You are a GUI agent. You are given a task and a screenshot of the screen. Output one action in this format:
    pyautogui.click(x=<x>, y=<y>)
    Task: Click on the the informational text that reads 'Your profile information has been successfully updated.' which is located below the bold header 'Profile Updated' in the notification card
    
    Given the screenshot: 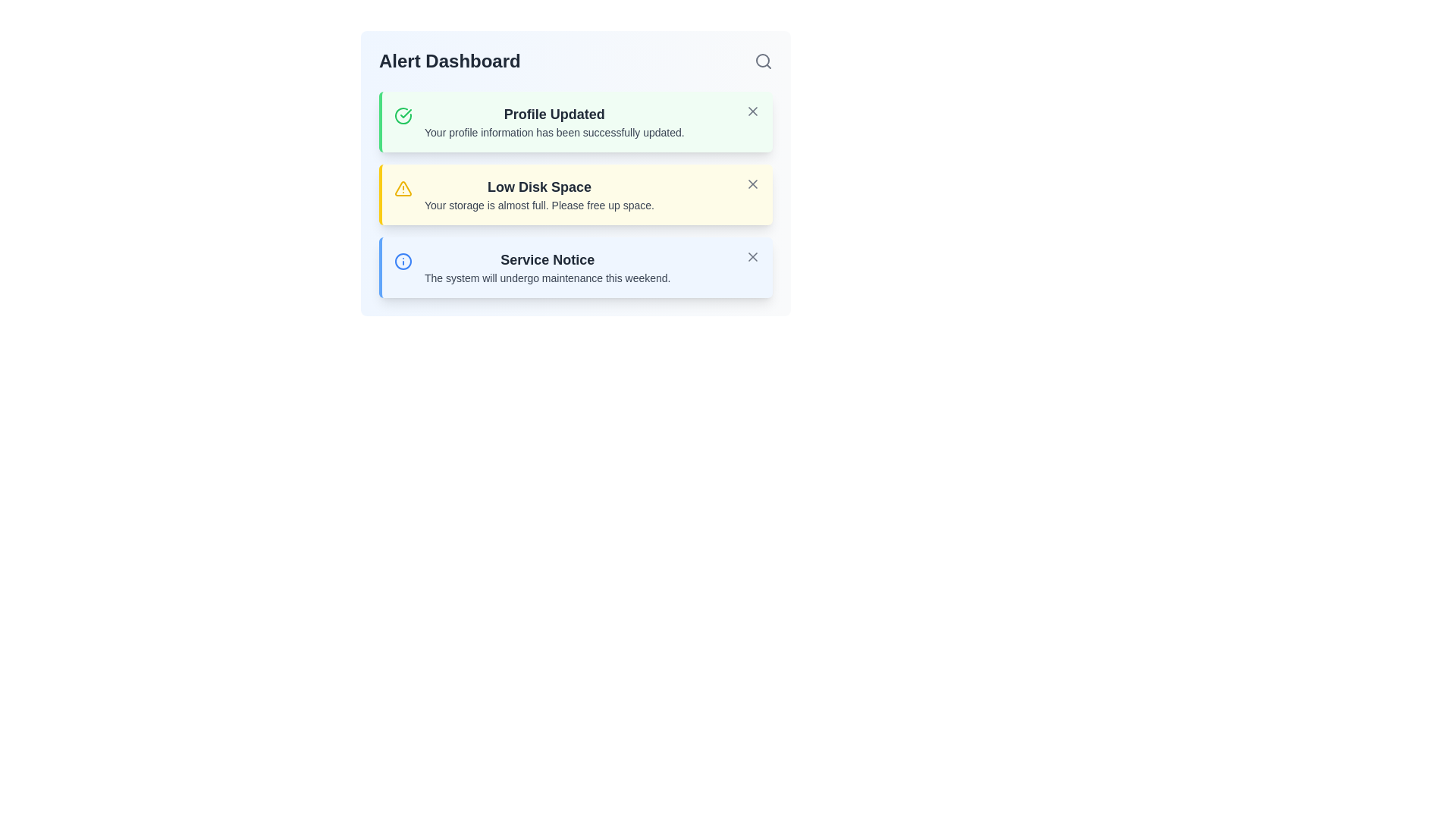 What is the action you would take?
    pyautogui.click(x=554, y=131)
    